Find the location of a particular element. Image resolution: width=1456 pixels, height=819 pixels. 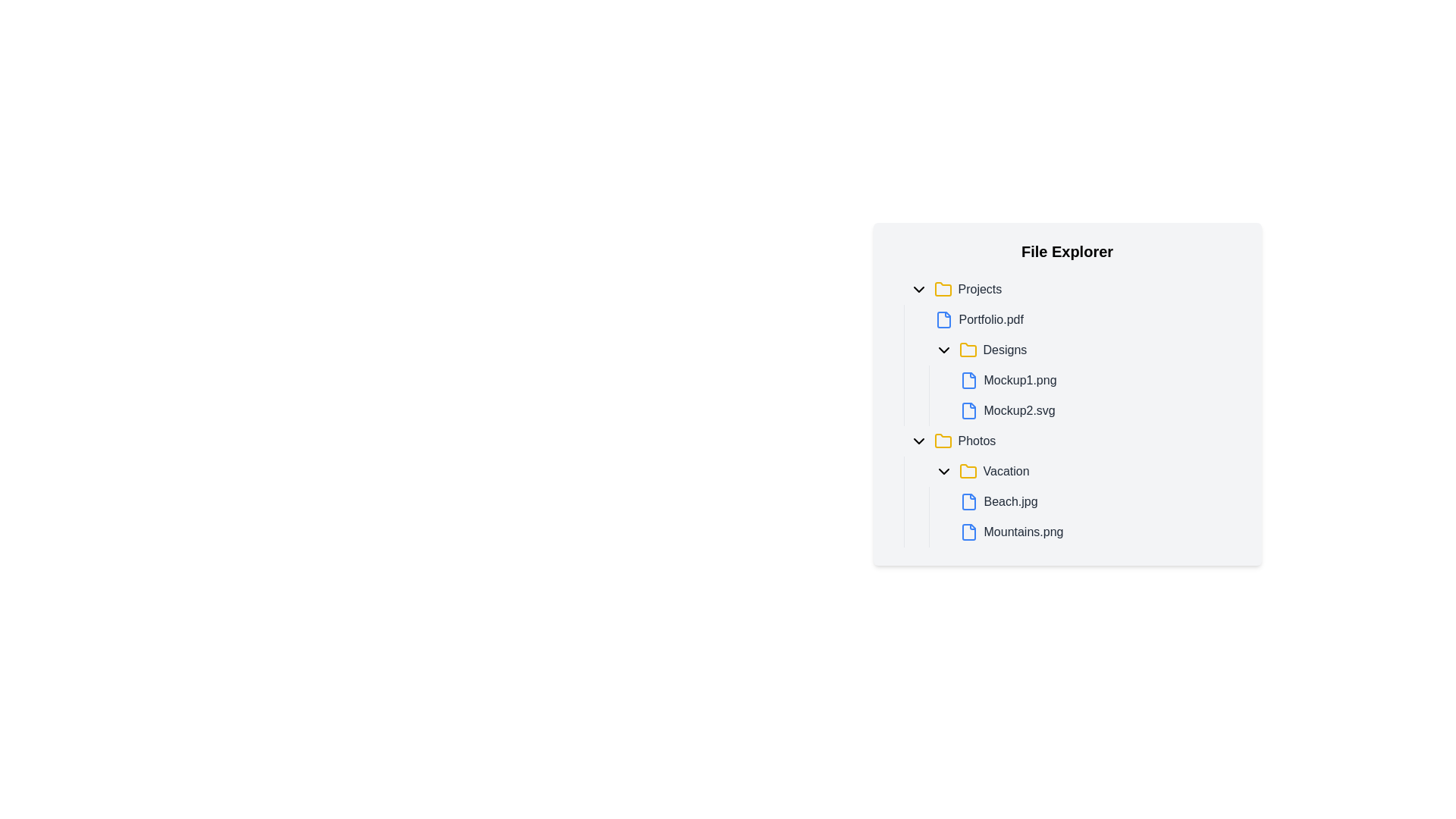

the minimalist file icon representing 'Mountains.png' located in the 'Photos > Vacation' folder section of the file explorer interface is located at coordinates (968, 532).